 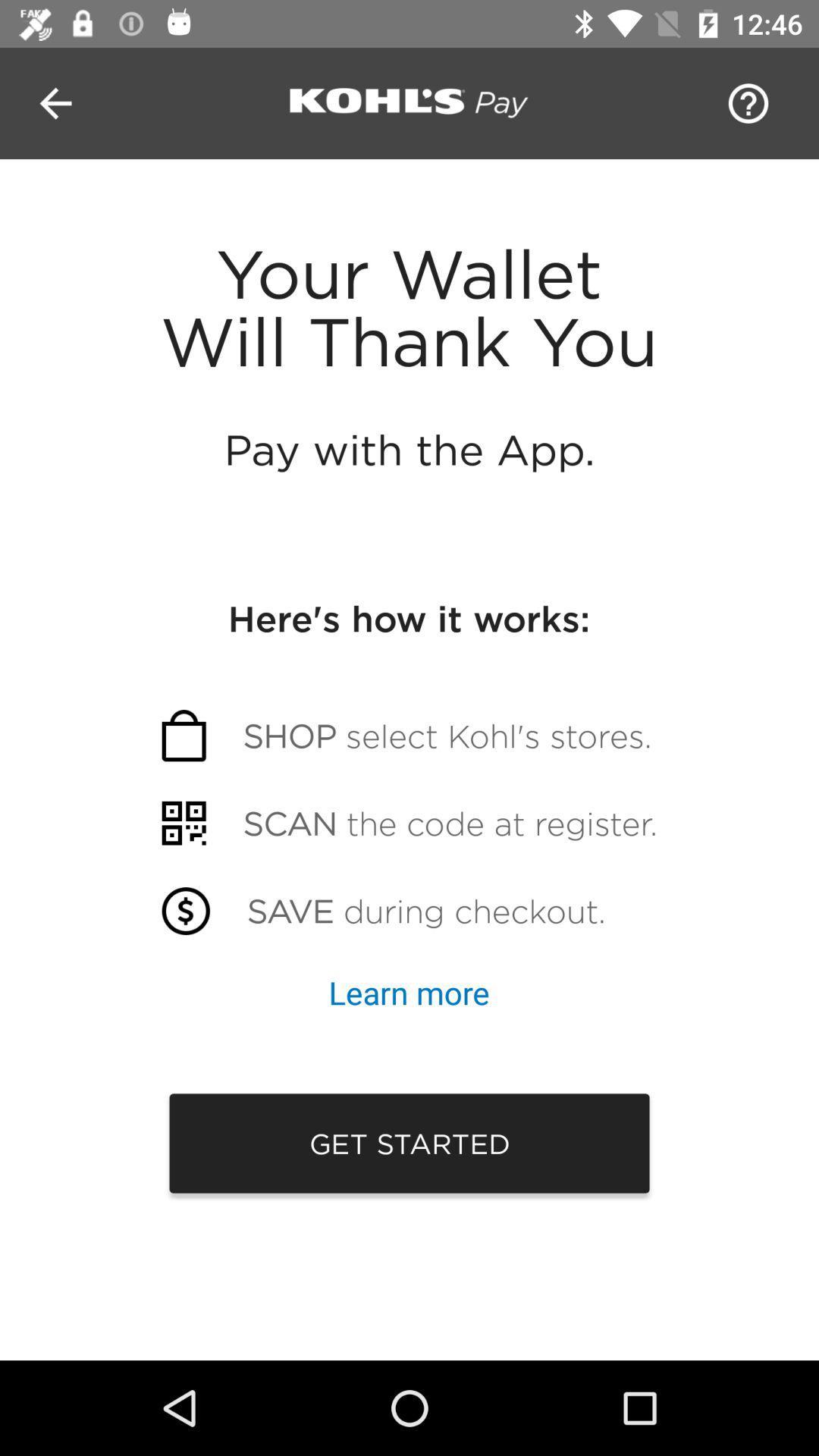 I want to click on the help icon, so click(x=743, y=102).